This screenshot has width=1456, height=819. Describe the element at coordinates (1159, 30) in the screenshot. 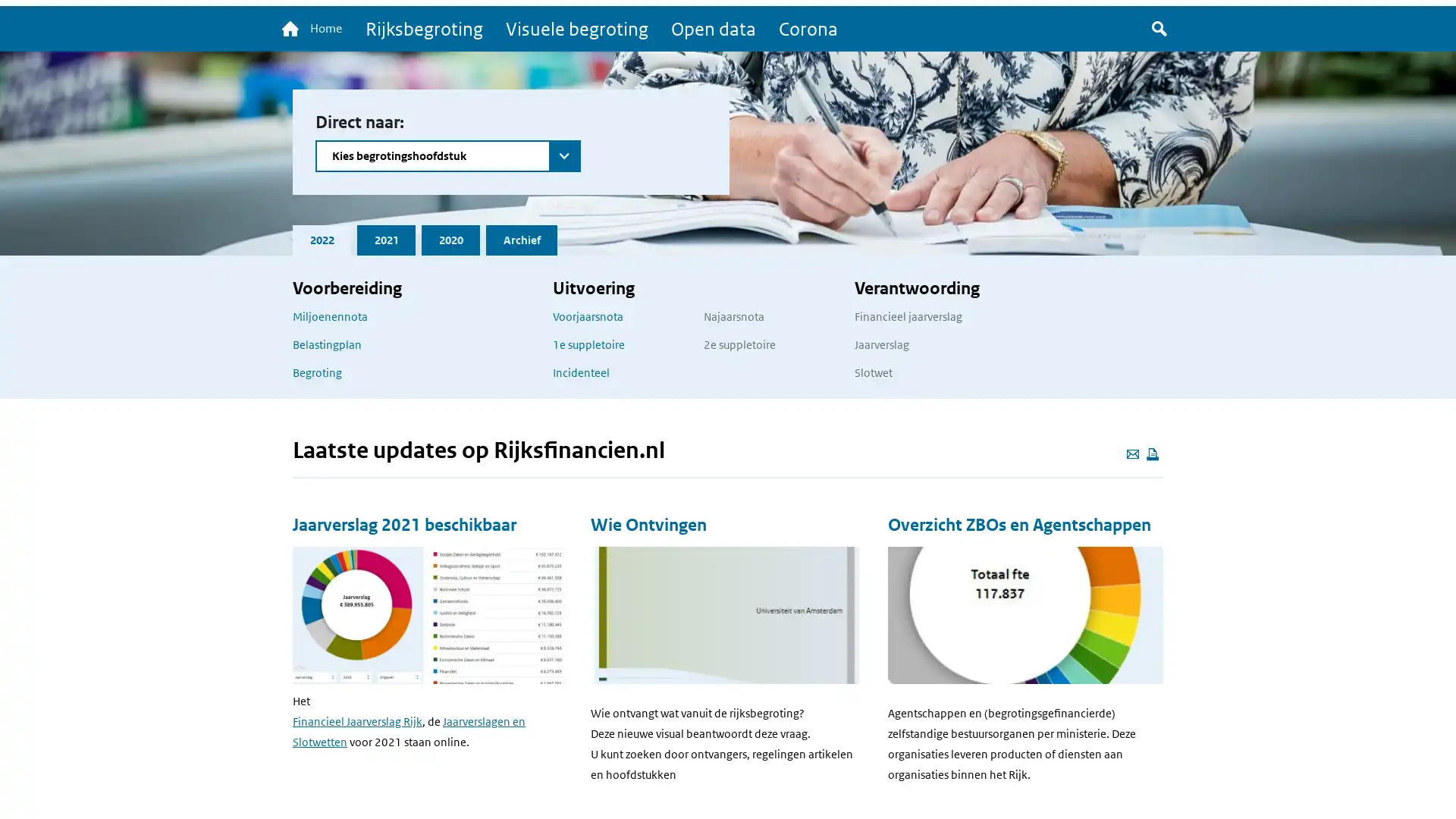

I see `Zoek` at that location.